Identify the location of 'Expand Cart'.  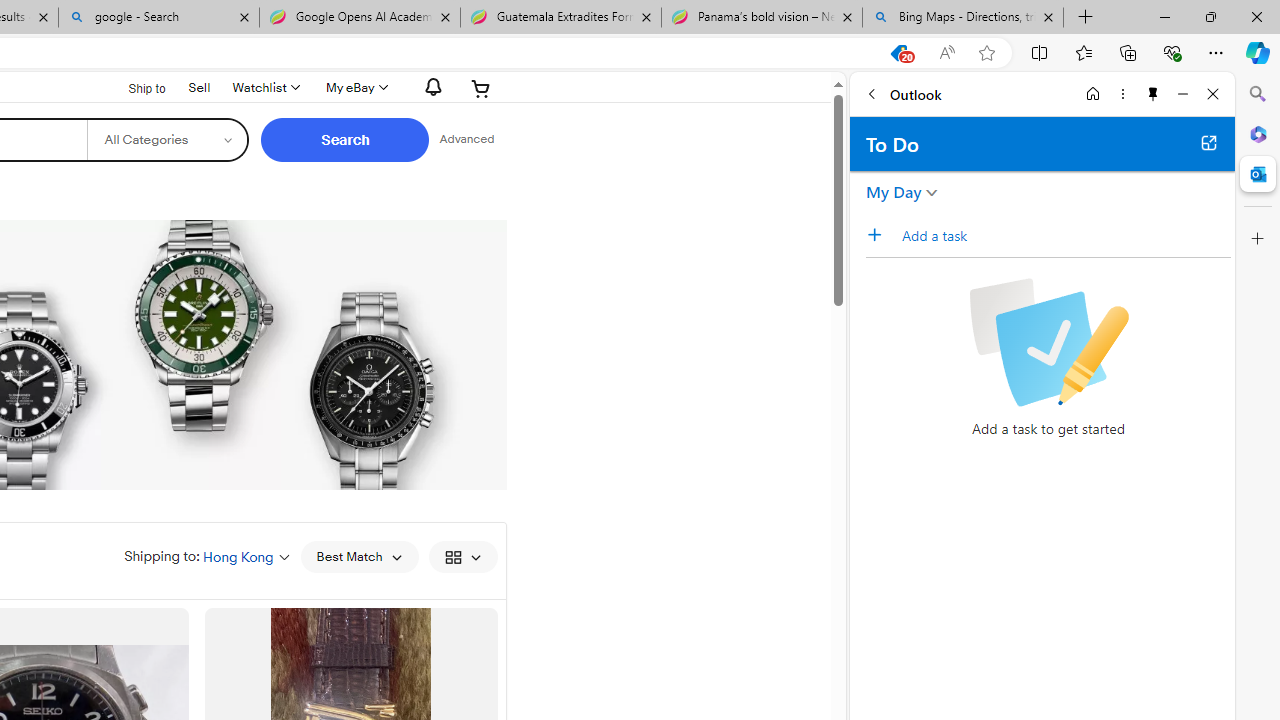
(481, 87).